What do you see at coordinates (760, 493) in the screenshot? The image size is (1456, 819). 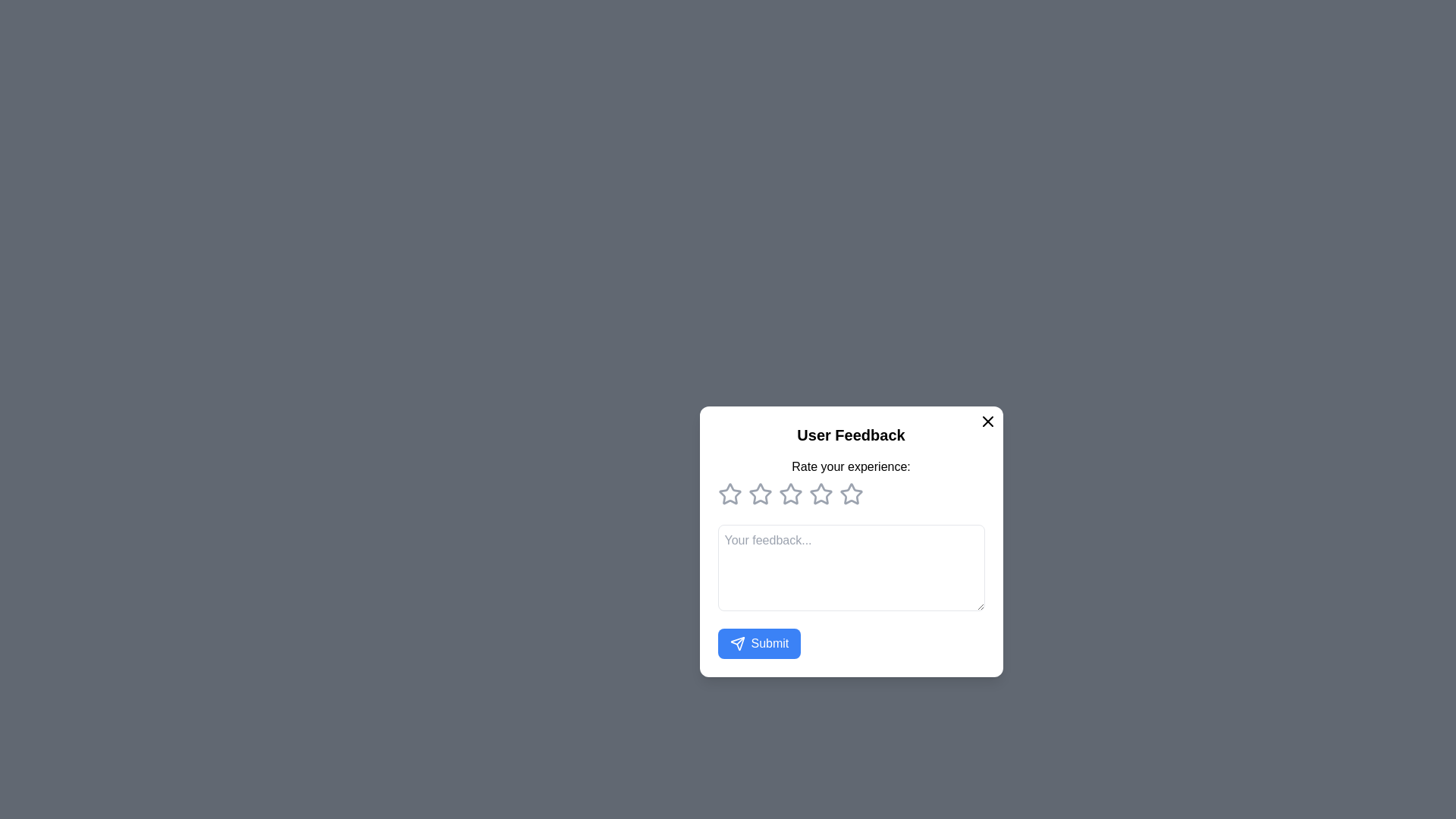 I see `on the second star icon in the rating row of the 'Rate your experience' dialog` at bounding box center [760, 493].